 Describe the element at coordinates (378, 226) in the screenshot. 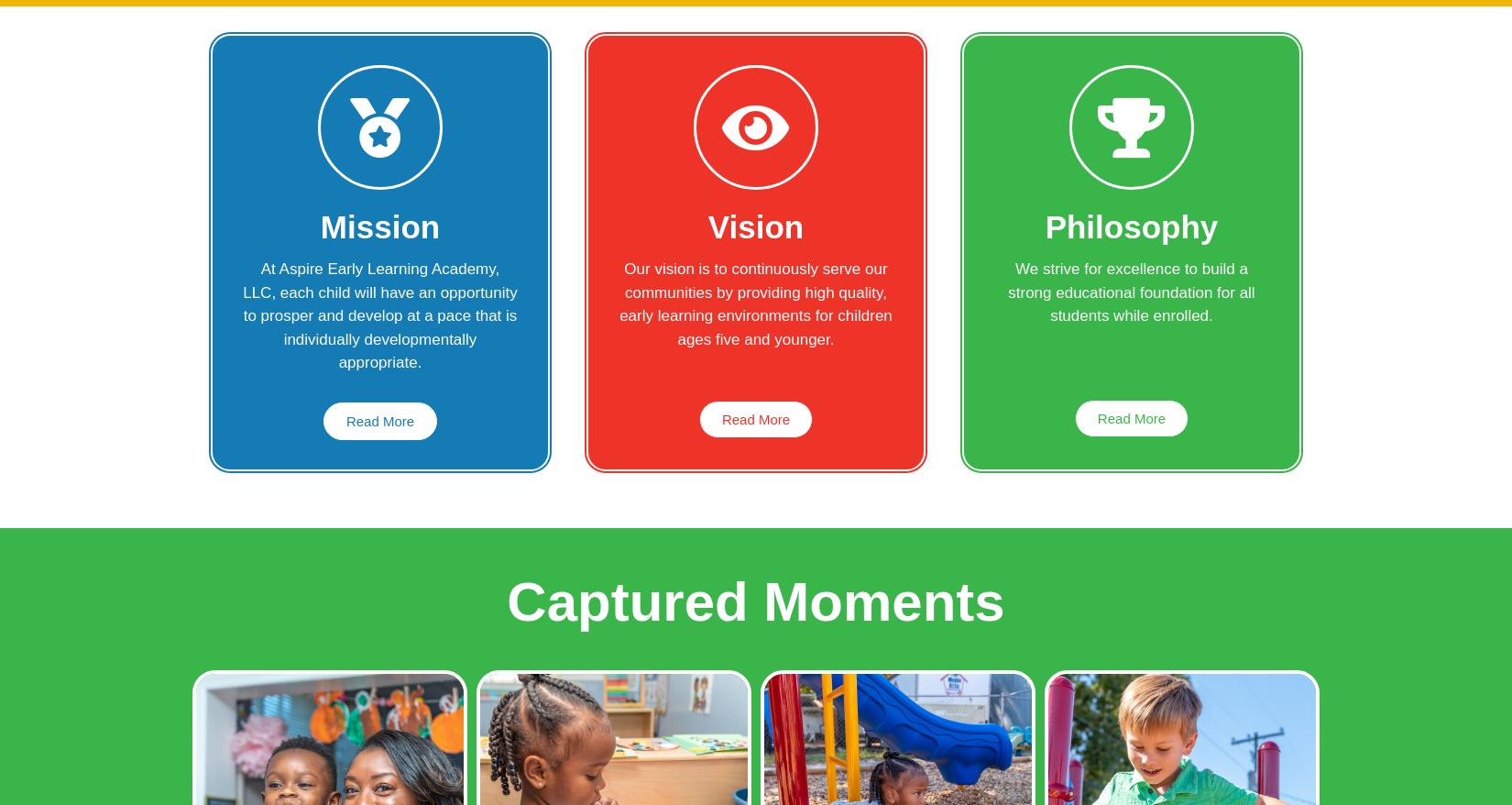

I see `'Mission'` at that location.